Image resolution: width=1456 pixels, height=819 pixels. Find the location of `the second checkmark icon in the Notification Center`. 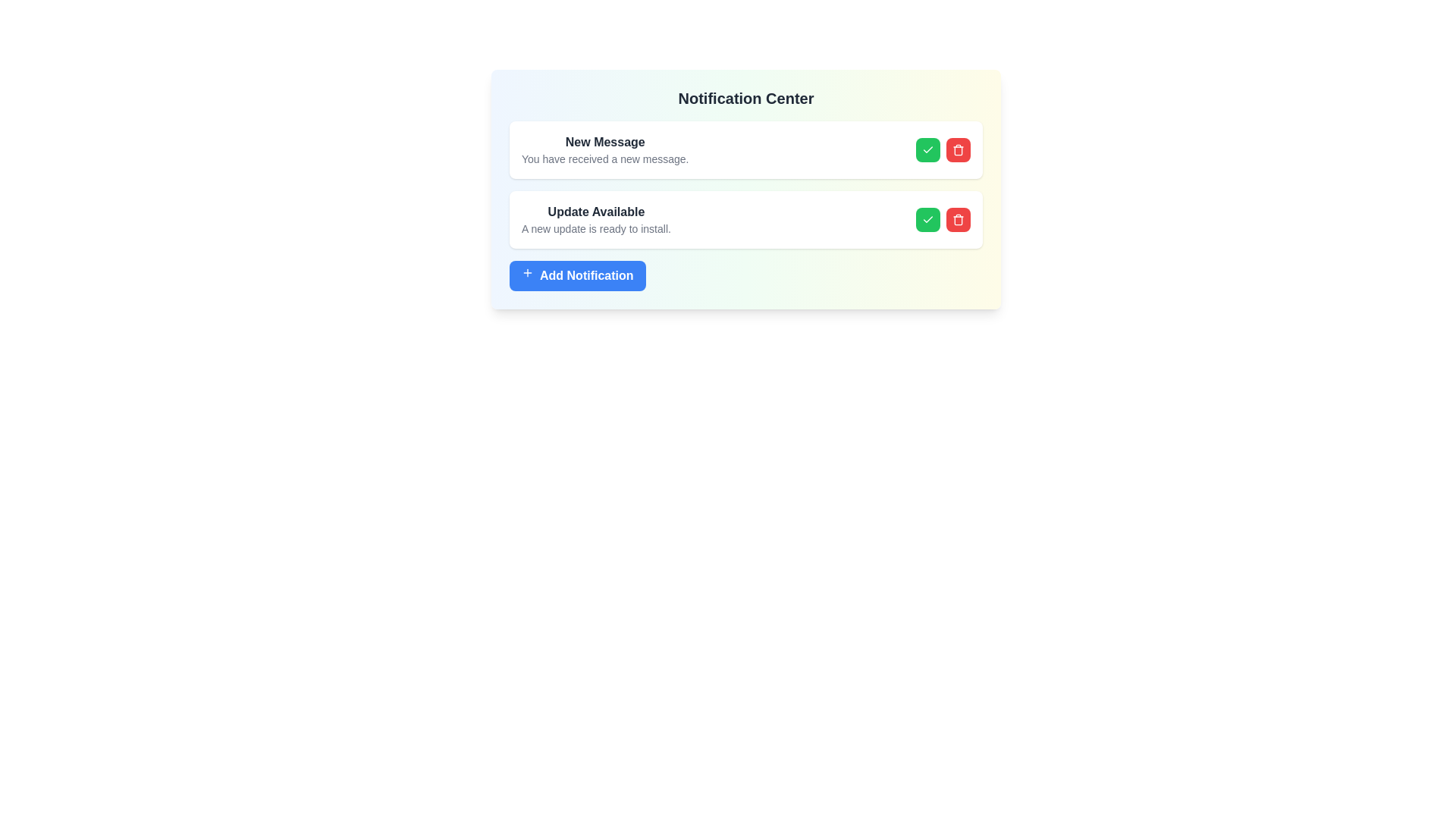

the second checkmark icon in the Notification Center is located at coordinates (927, 219).